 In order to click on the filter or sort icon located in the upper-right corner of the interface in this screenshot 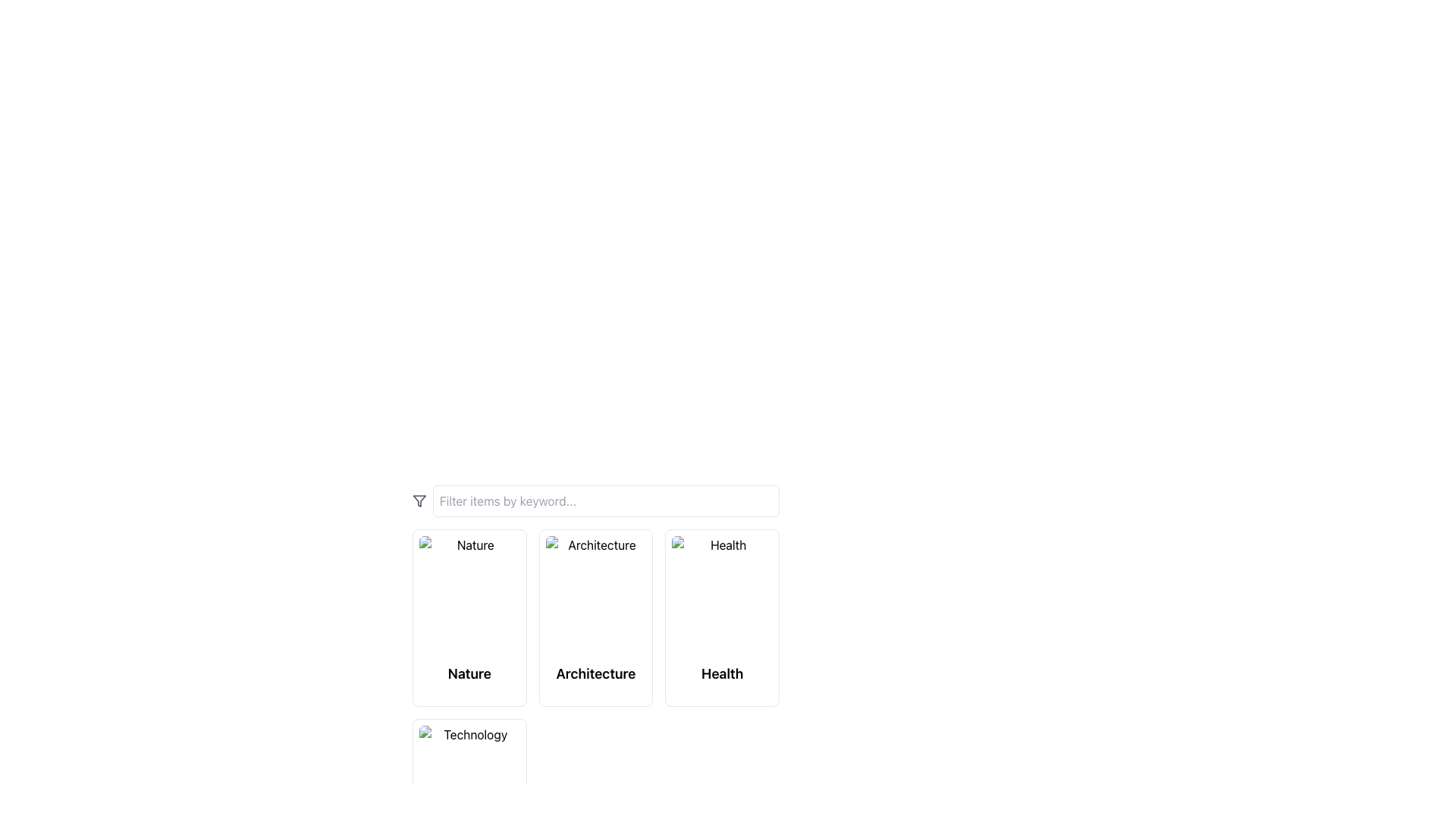, I will do `click(419, 500)`.